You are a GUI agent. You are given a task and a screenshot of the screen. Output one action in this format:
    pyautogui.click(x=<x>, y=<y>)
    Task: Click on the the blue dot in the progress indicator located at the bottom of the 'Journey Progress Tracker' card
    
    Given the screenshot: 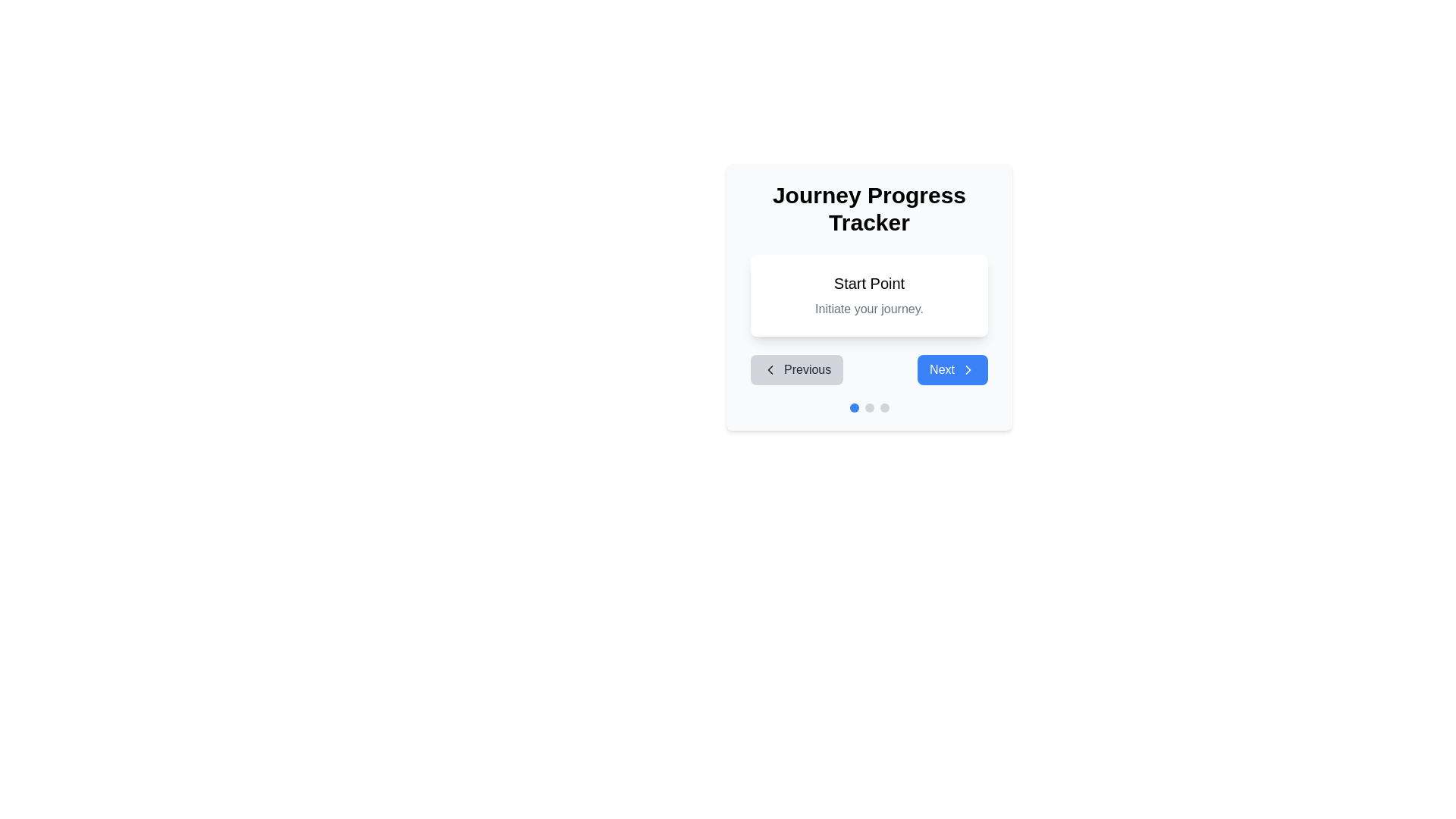 What is the action you would take?
    pyautogui.click(x=869, y=406)
    